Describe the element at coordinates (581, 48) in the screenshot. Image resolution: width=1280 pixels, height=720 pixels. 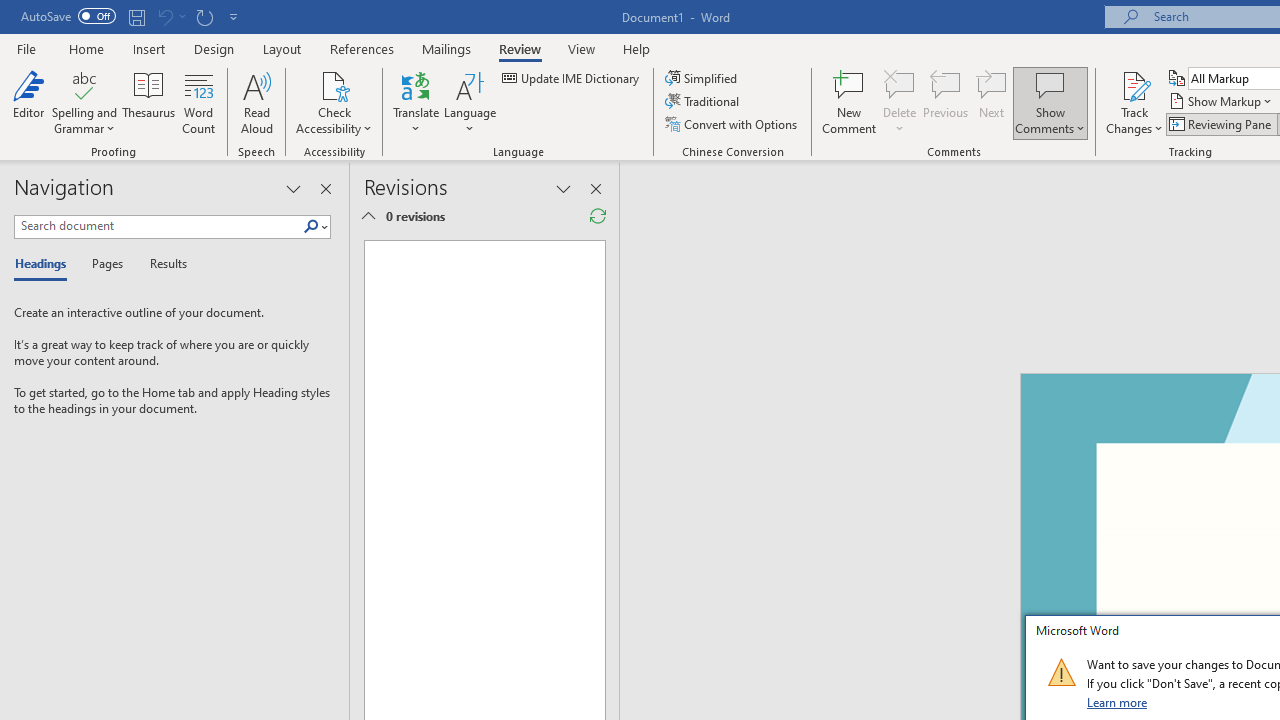
I see `'View'` at that location.